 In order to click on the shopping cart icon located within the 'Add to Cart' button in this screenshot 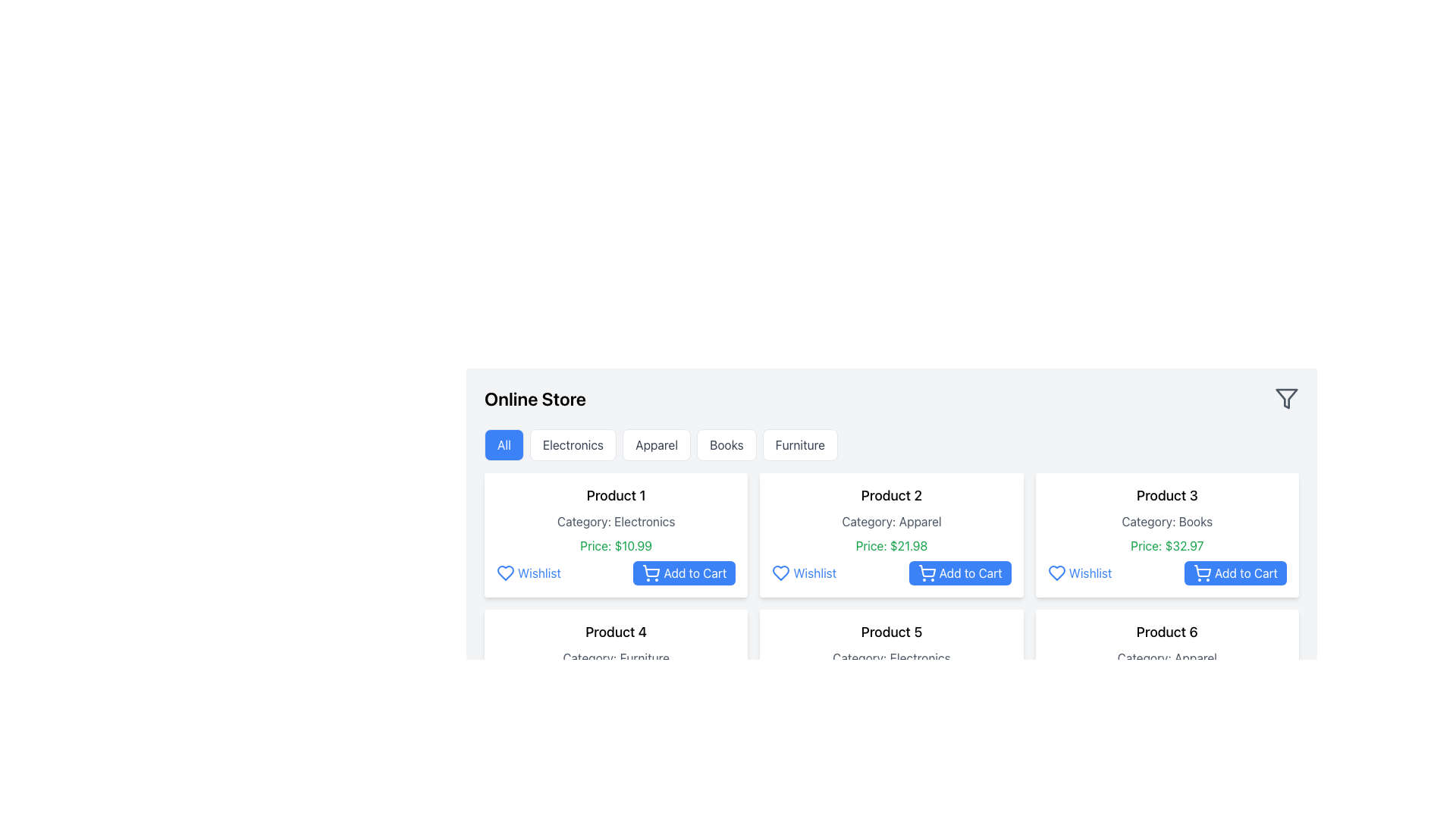, I will do `click(651, 571)`.